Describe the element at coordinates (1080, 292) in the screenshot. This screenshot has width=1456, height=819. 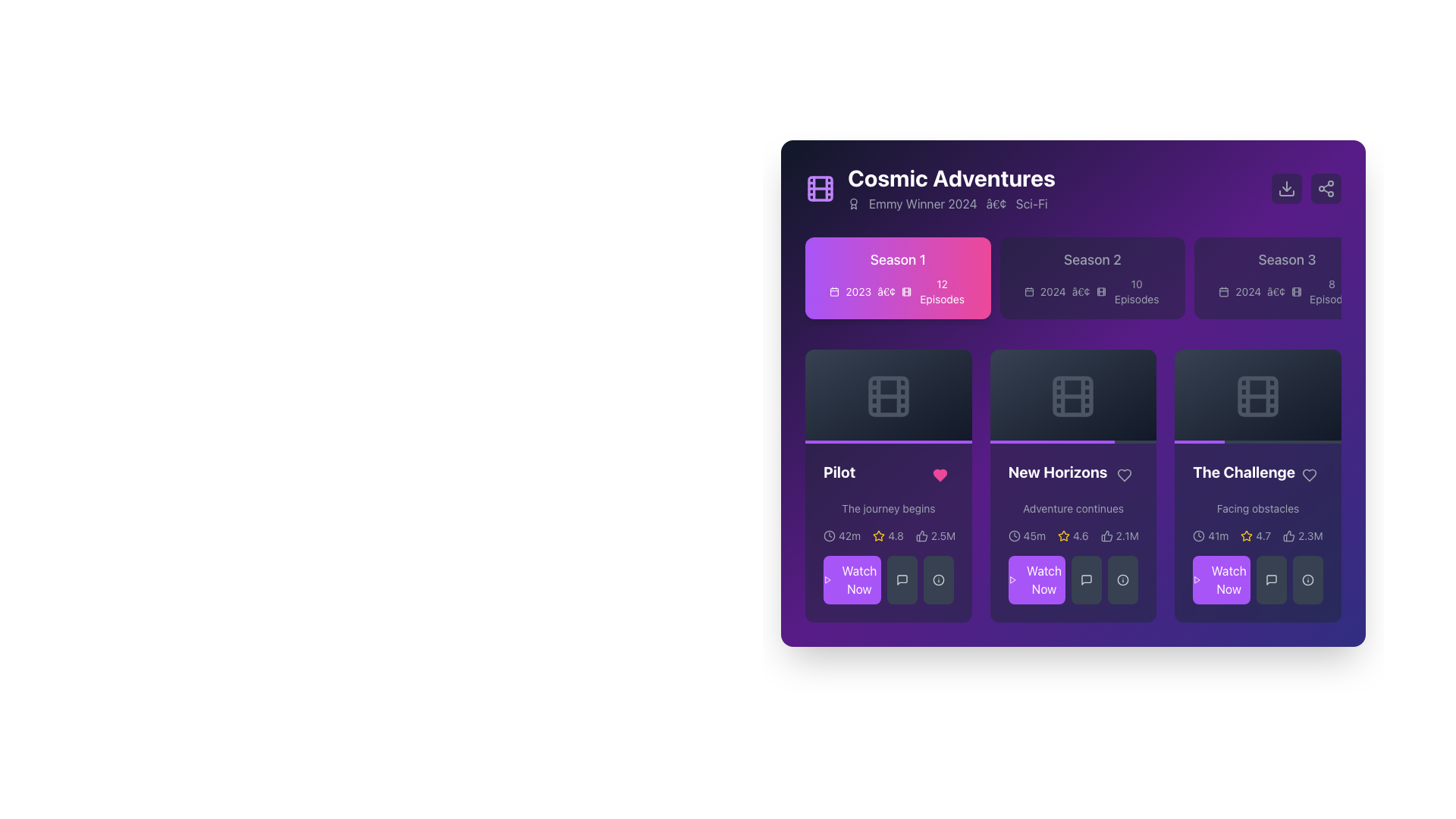
I see `the separator character located in the 'Season 2' section of the 'Cosmic Adventures' show interface, which visually organizes text components by dividing them` at that location.